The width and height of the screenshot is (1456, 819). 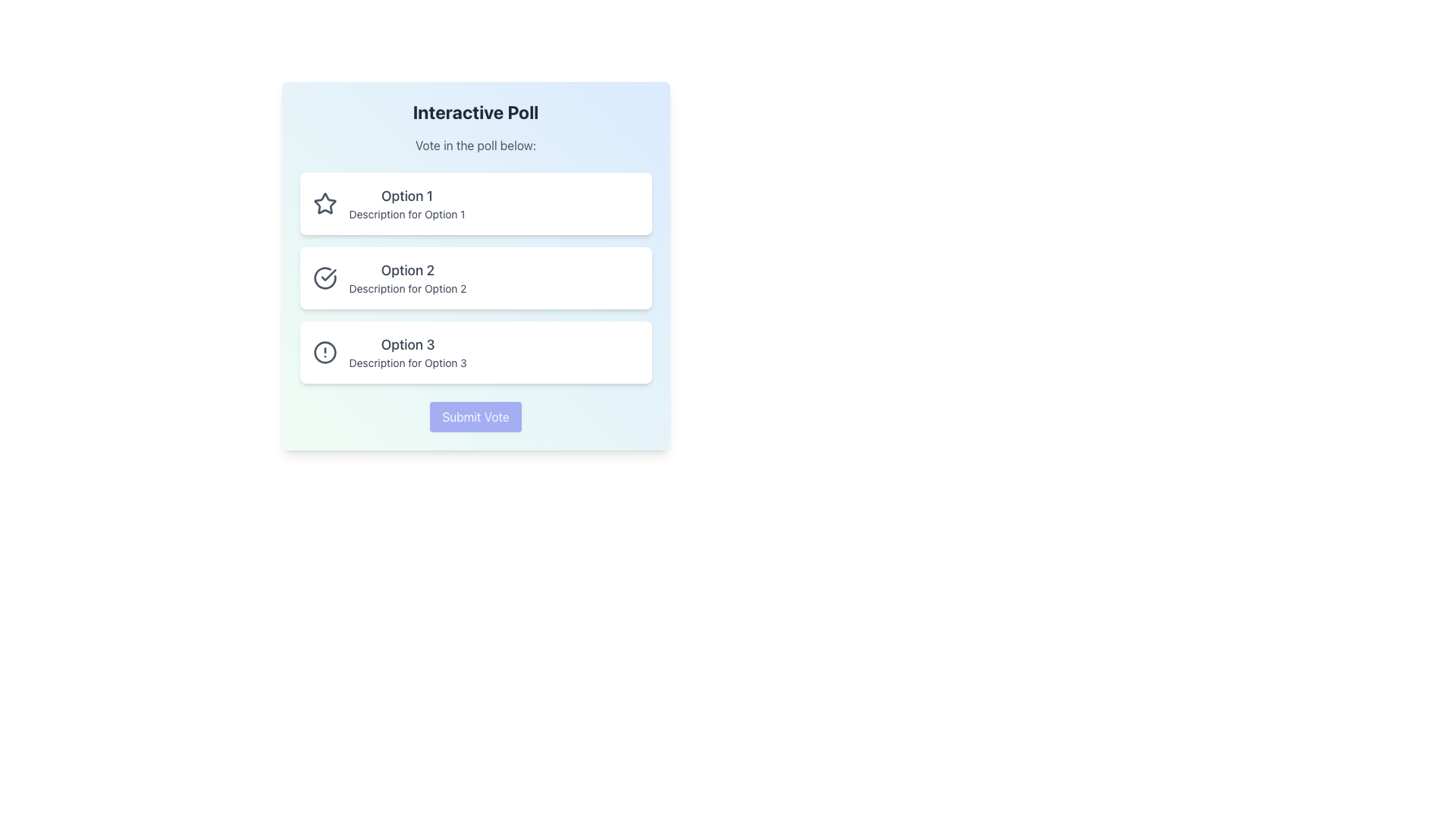 I want to click on the text label displaying 'Option 1' within the white rounded rectangle in the 'Interactive Poll' section, so click(x=407, y=203).